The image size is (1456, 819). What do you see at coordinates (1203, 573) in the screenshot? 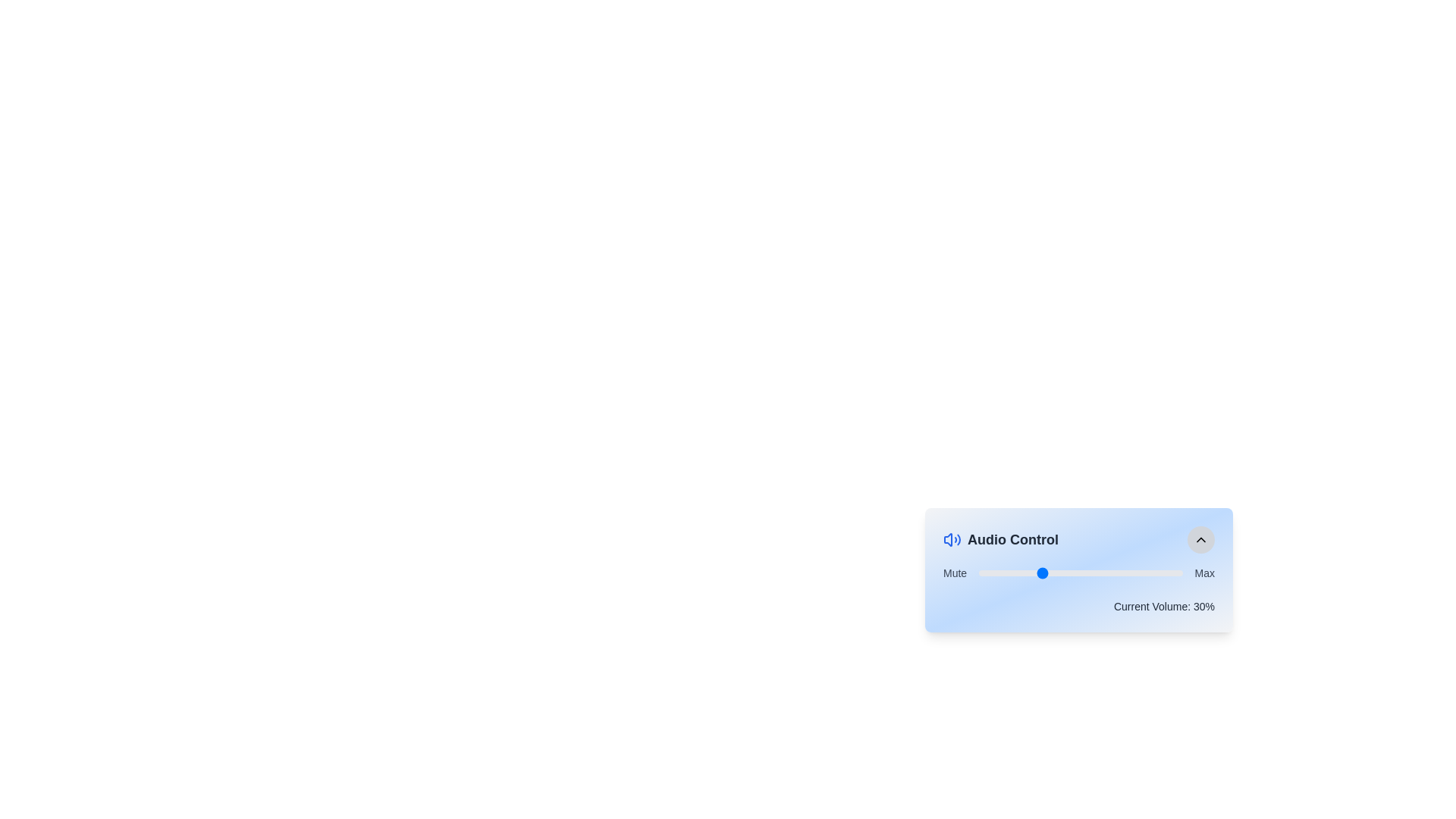
I see `text content of the label displaying 'Max', which is located at the rightmost end of the audio controls interface` at bounding box center [1203, 573].